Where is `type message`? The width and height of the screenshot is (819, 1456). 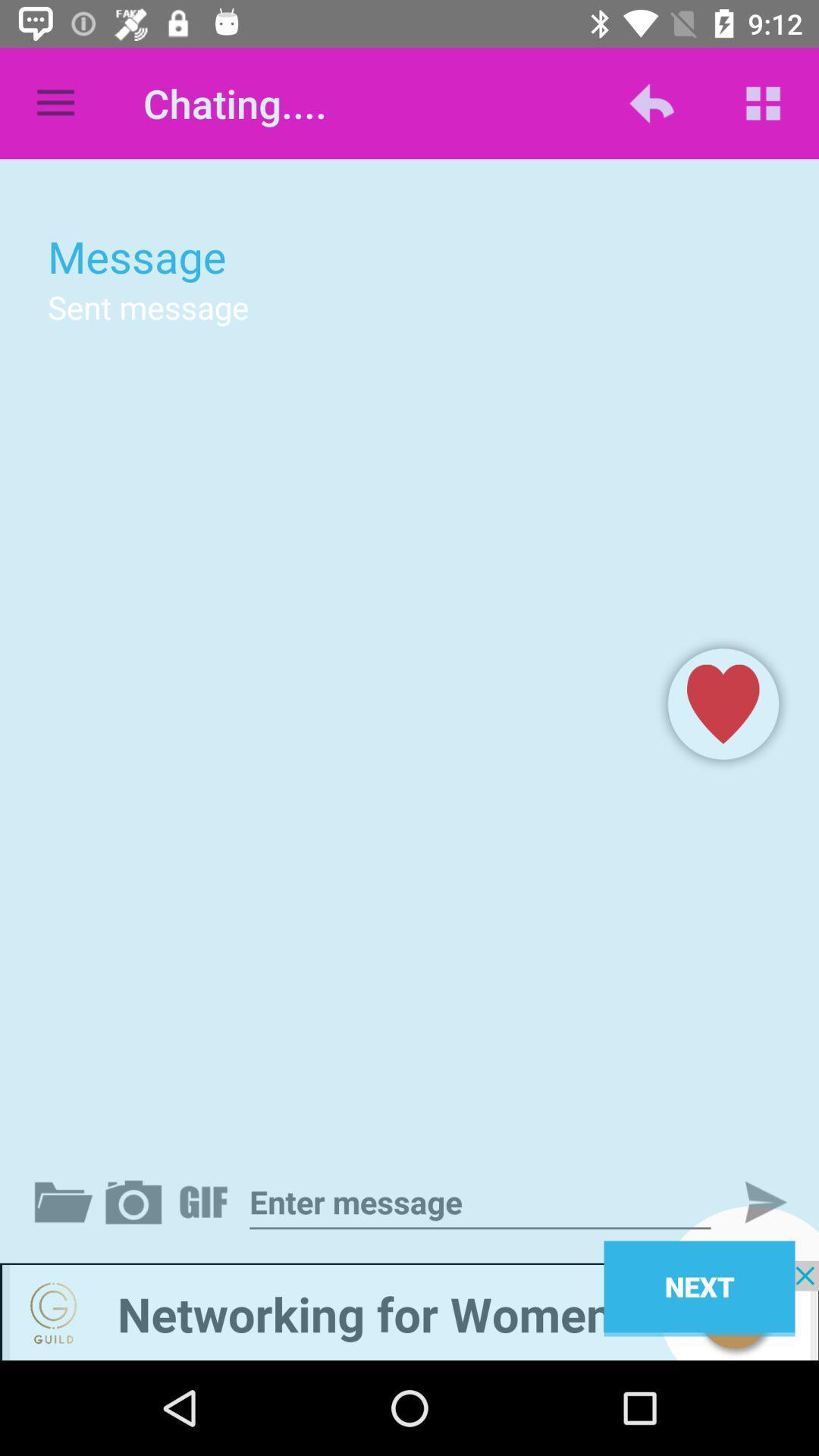 type message is located at coordinates (480, 1201).